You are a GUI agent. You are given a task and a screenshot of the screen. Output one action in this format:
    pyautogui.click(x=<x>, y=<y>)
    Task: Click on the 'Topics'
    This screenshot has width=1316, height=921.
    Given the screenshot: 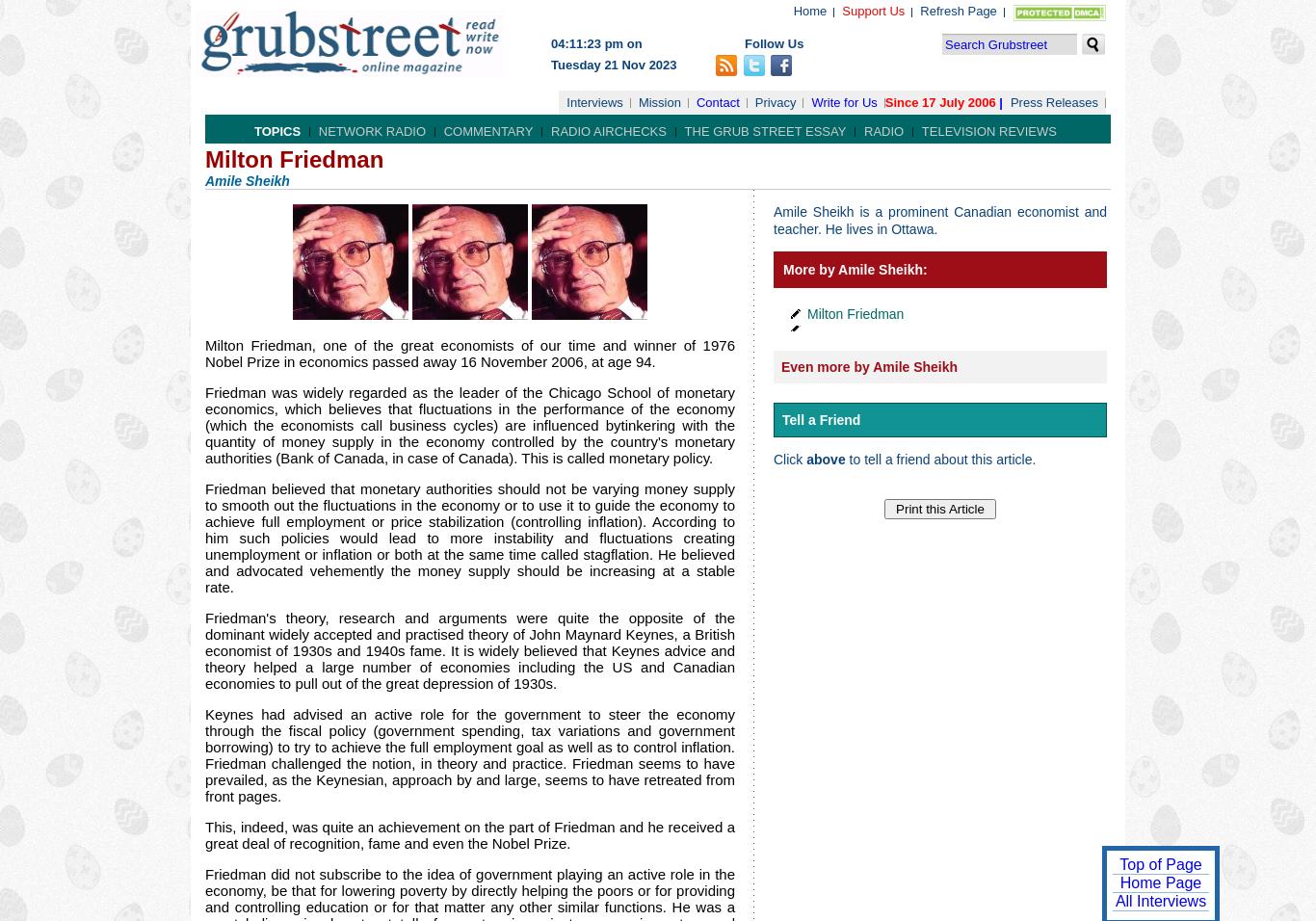 What is the action you would take?
    pyautogui.click(x=276, y=131)
    